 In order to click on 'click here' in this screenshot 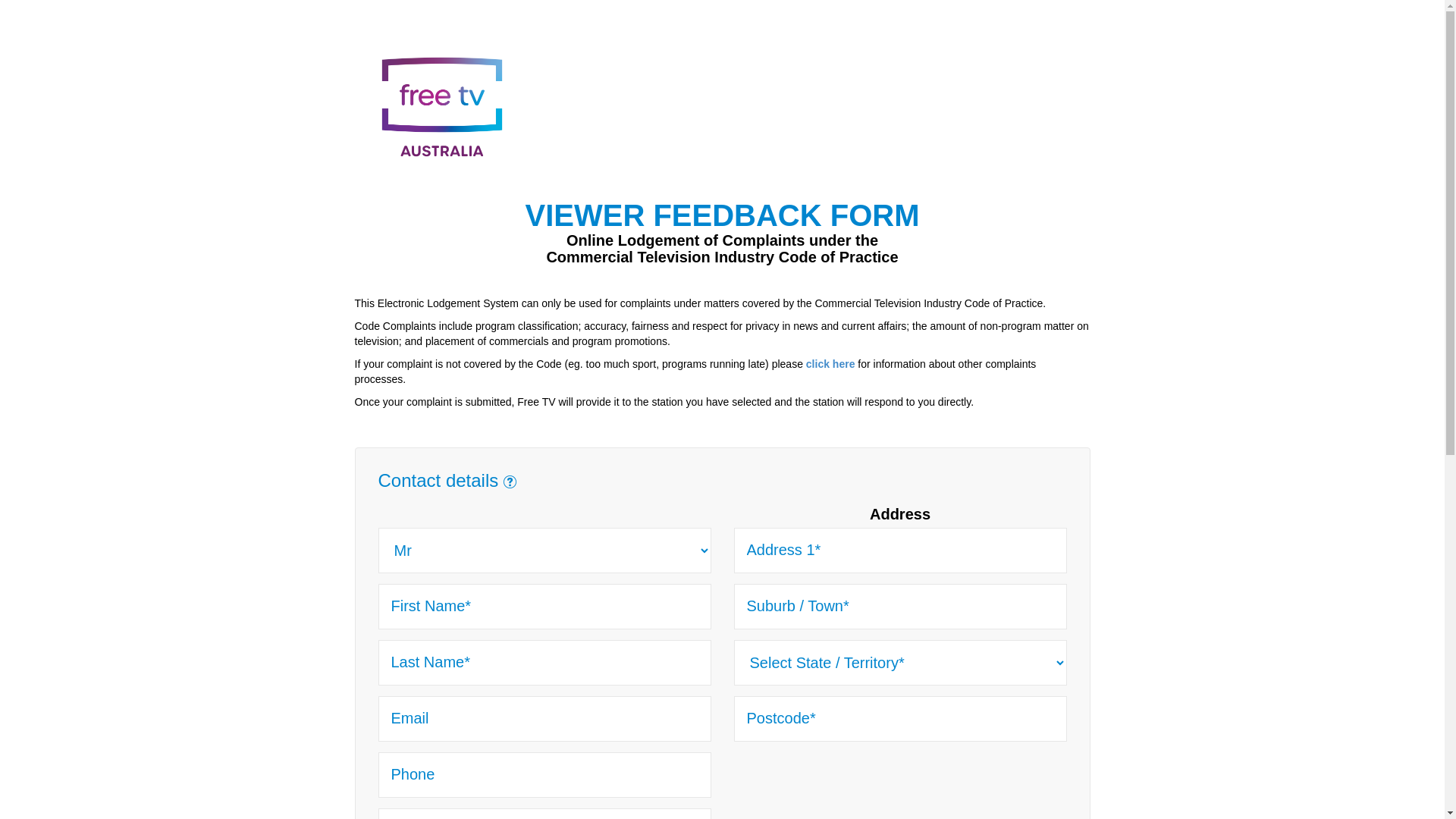, I will do `click(830, 363)`.